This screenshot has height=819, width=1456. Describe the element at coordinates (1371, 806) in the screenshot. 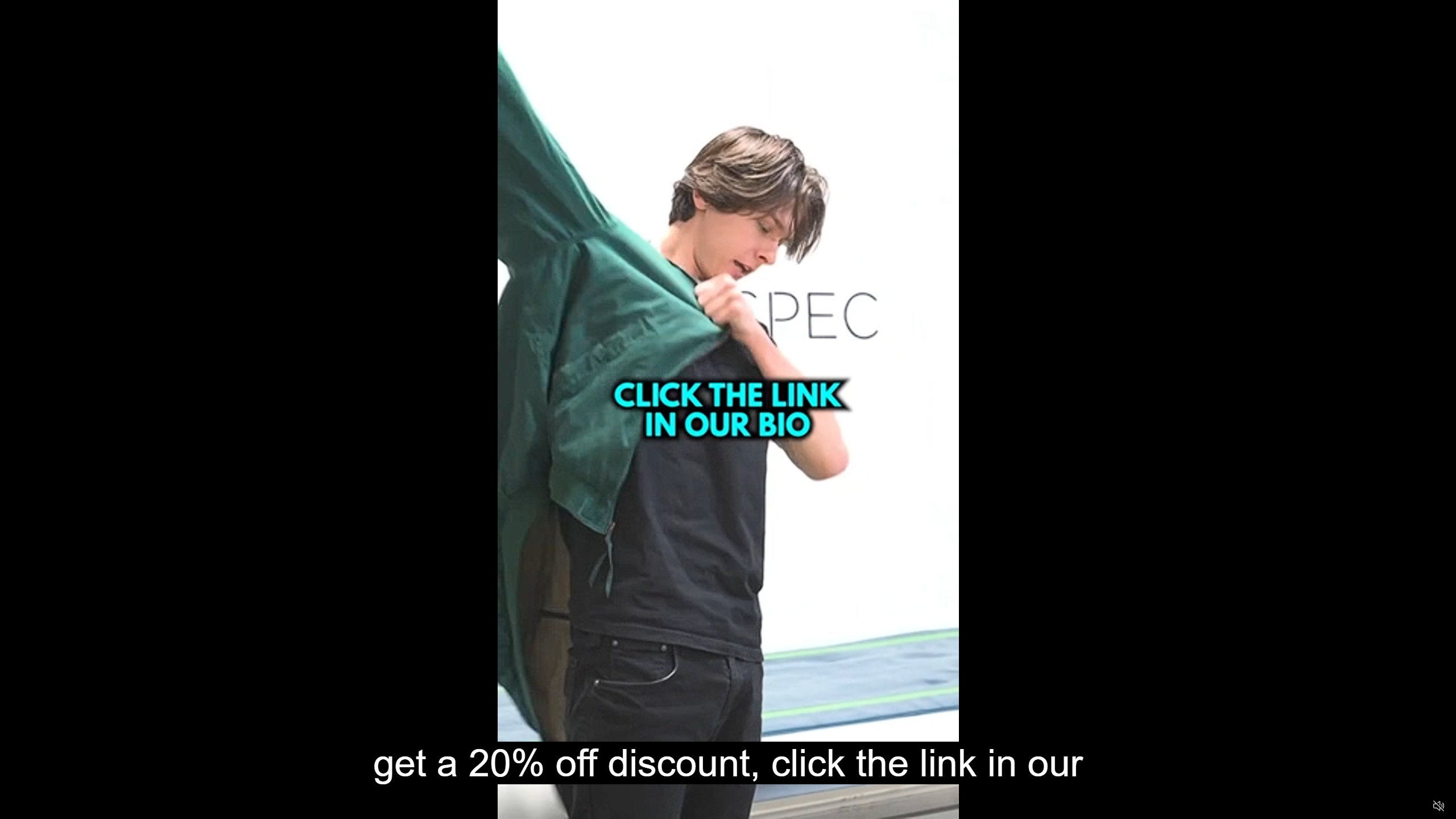

I see `'Quality Settings'` at that location.